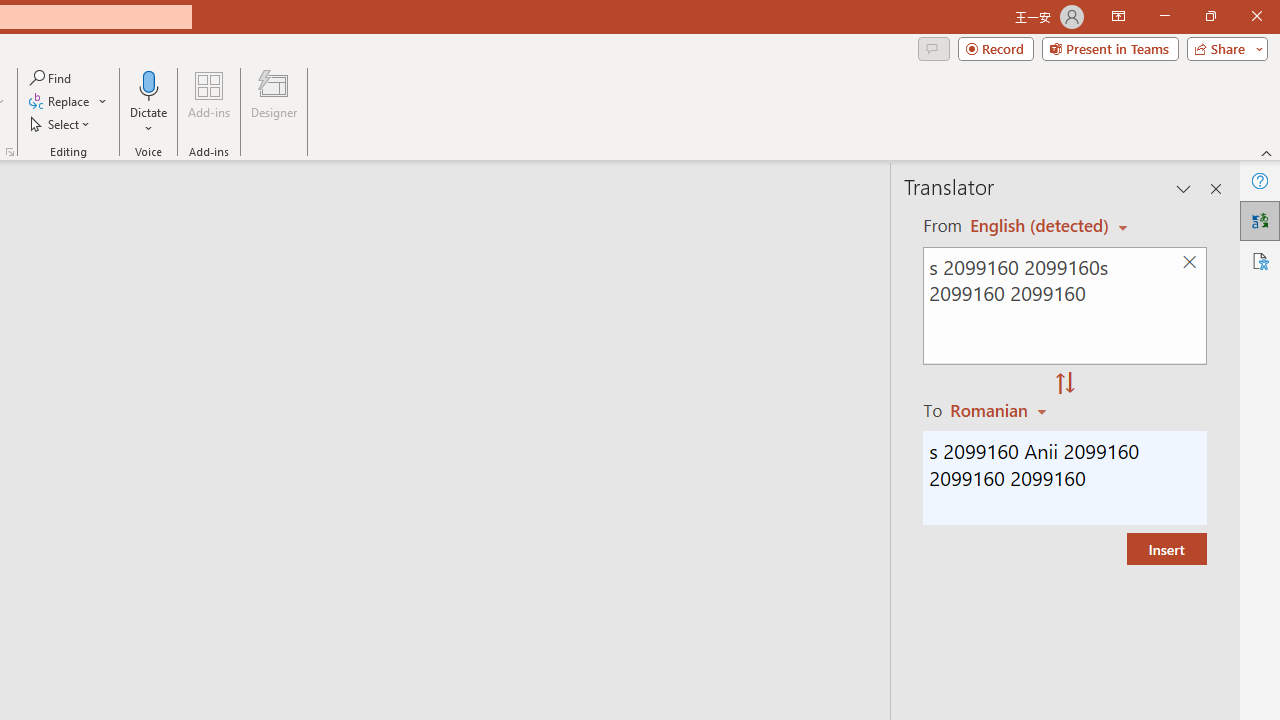 Image resolution: width=1280 pixels, height=720 pixels. What do you see at coordinates (51, 77) in the screenshot?
I see `'Find...'` at bounding box center [51, 77].